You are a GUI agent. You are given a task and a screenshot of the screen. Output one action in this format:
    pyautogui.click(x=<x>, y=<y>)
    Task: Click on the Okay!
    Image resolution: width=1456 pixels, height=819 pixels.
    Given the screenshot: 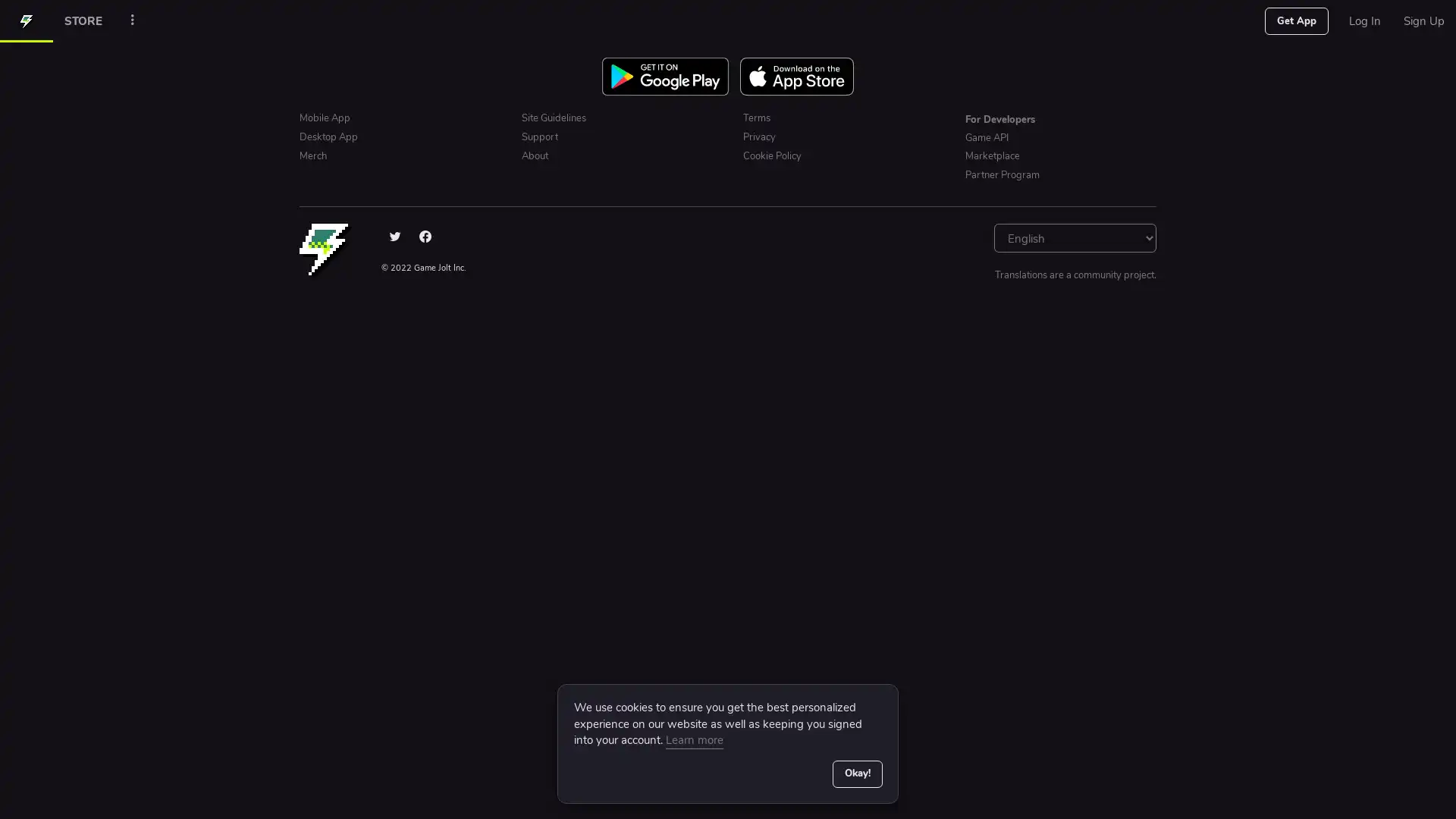 What is the action you would take?
    pyautogui.click(x=856, y=773)
    